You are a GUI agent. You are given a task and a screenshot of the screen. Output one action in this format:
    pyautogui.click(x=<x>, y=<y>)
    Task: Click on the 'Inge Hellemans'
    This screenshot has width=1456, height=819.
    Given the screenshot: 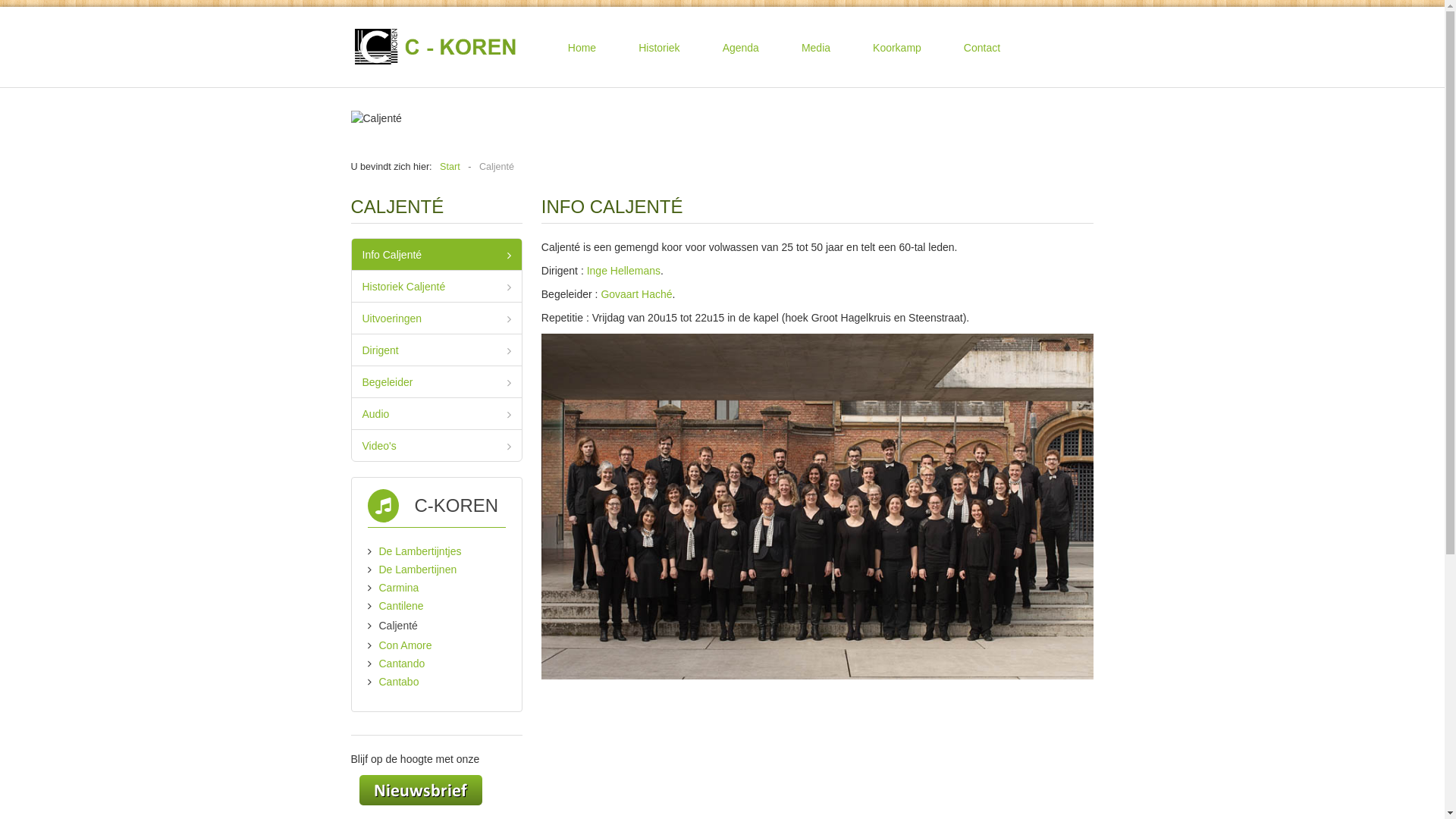 What is the action you would take?
    pyautogui.click(x=585, y=270)
    